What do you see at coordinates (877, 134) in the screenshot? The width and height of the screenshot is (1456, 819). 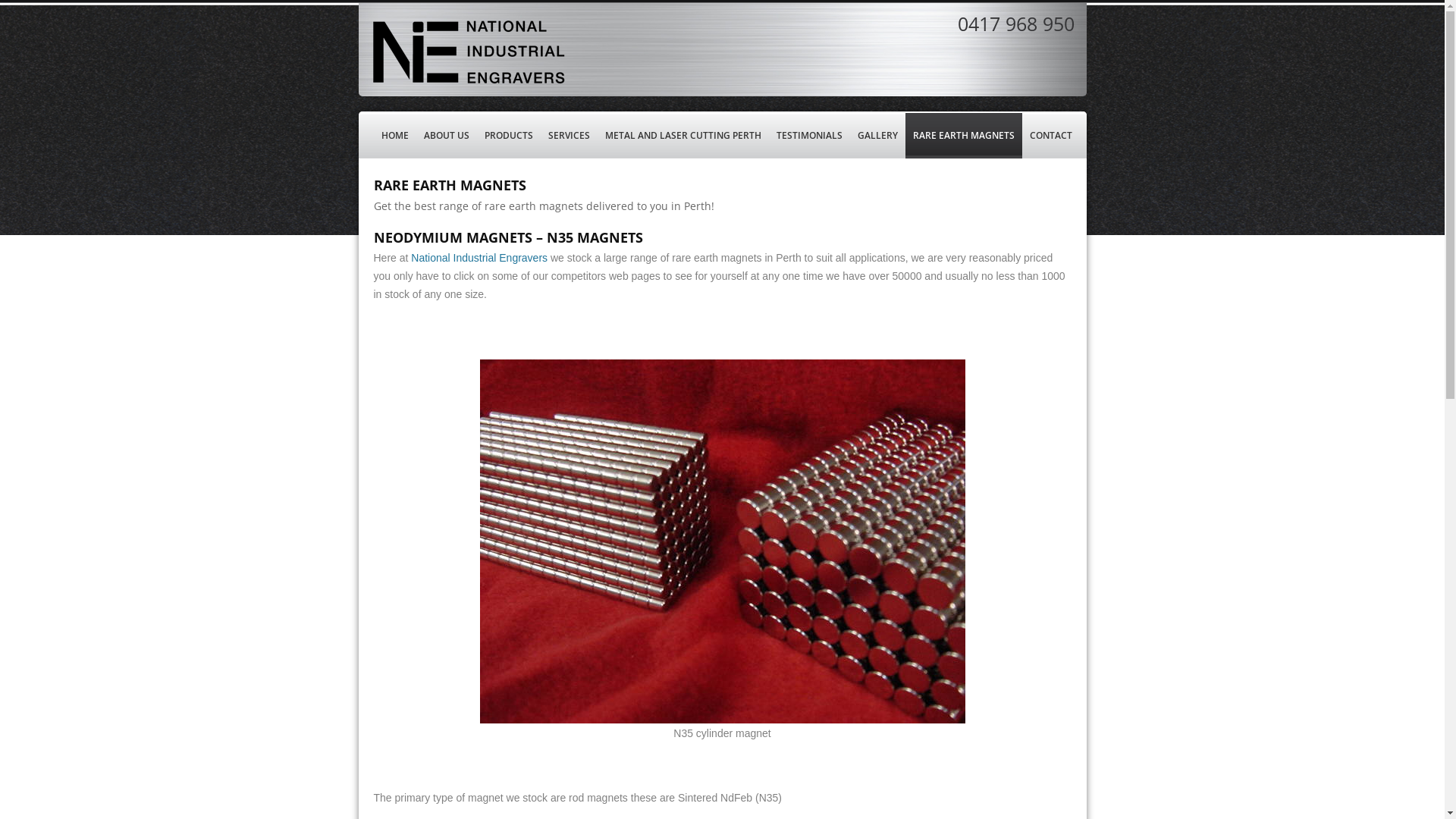 I see `'GALLERY'` at bounding box center [877, 134].